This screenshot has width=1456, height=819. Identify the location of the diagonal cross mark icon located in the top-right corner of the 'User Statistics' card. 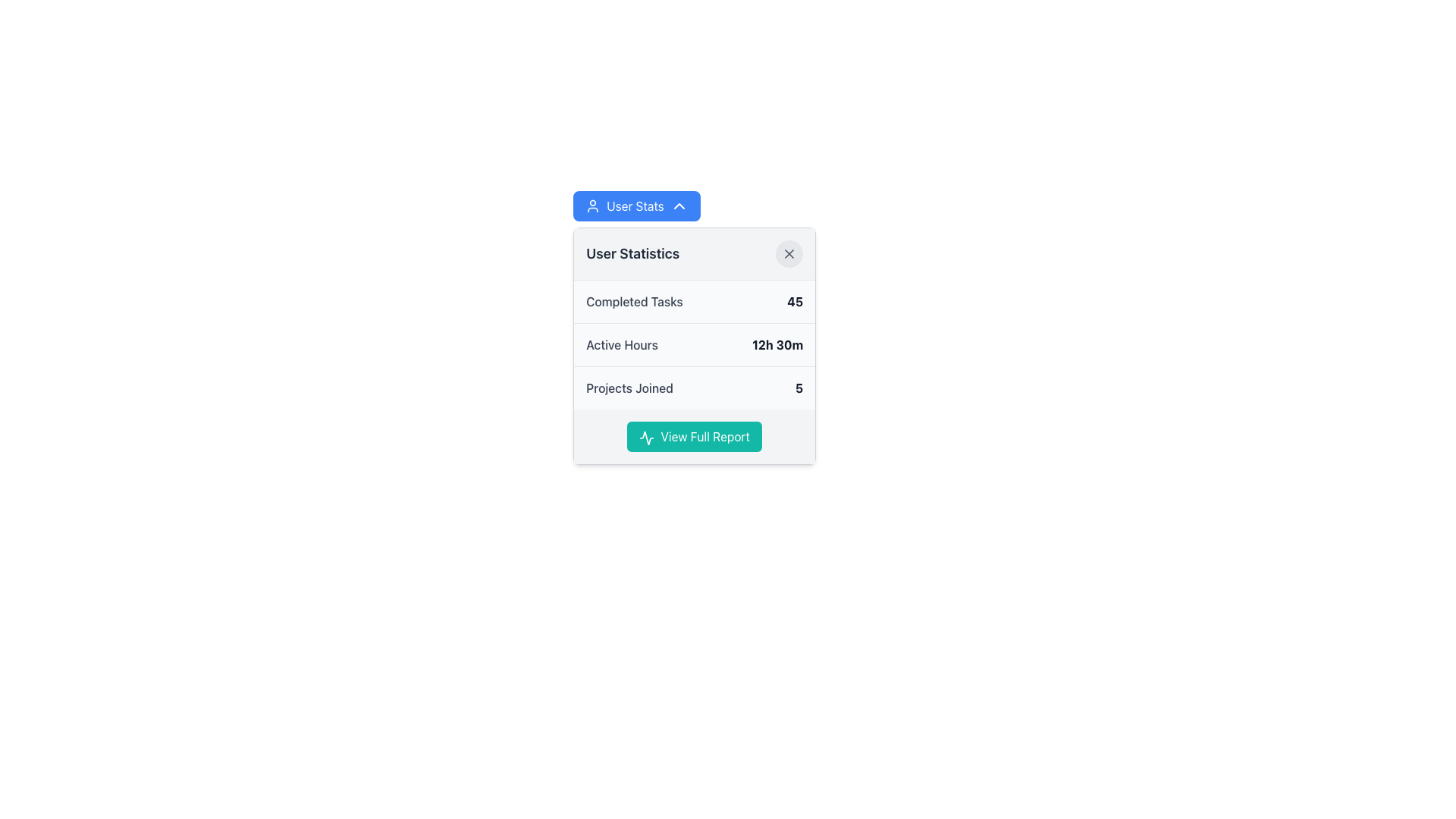
(789, 253).